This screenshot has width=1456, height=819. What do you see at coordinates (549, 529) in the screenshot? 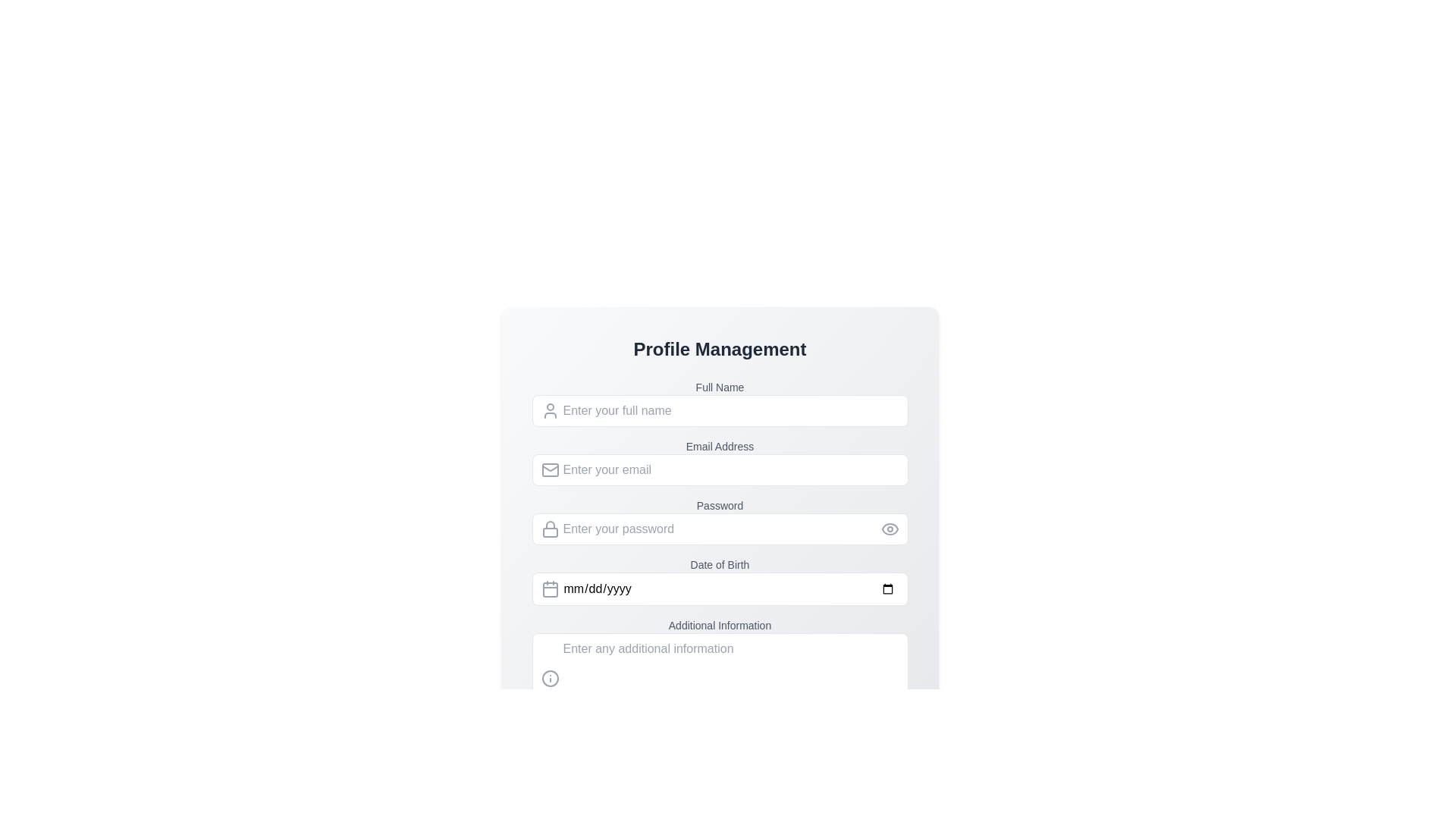
I see `the minimalist gray lock icon located to the far left side of the password input field, aligned vertically with the center of the input field` at bounding box center [549, 529].